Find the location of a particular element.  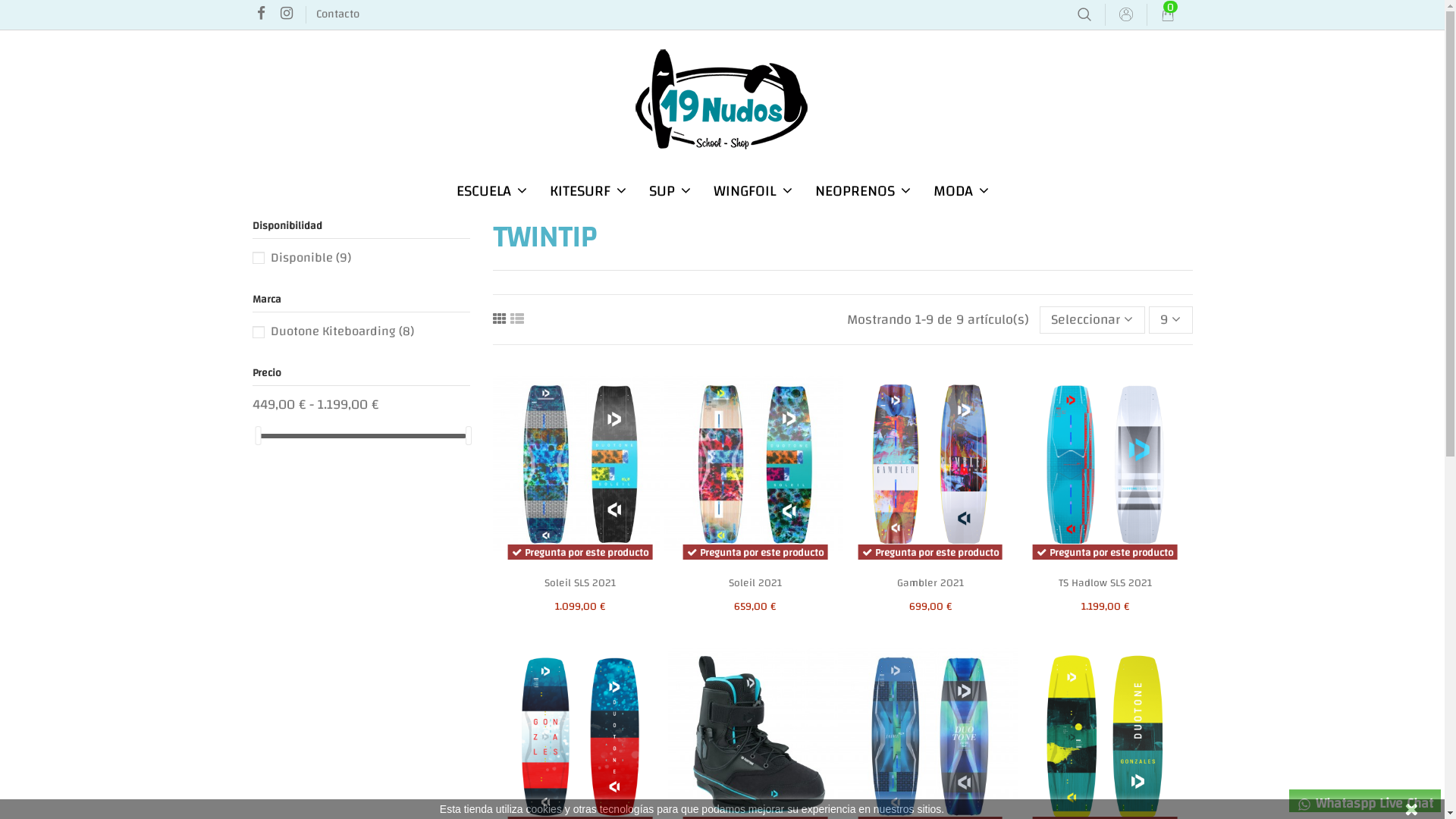

'MODA' is located at coordinates (960, 190).